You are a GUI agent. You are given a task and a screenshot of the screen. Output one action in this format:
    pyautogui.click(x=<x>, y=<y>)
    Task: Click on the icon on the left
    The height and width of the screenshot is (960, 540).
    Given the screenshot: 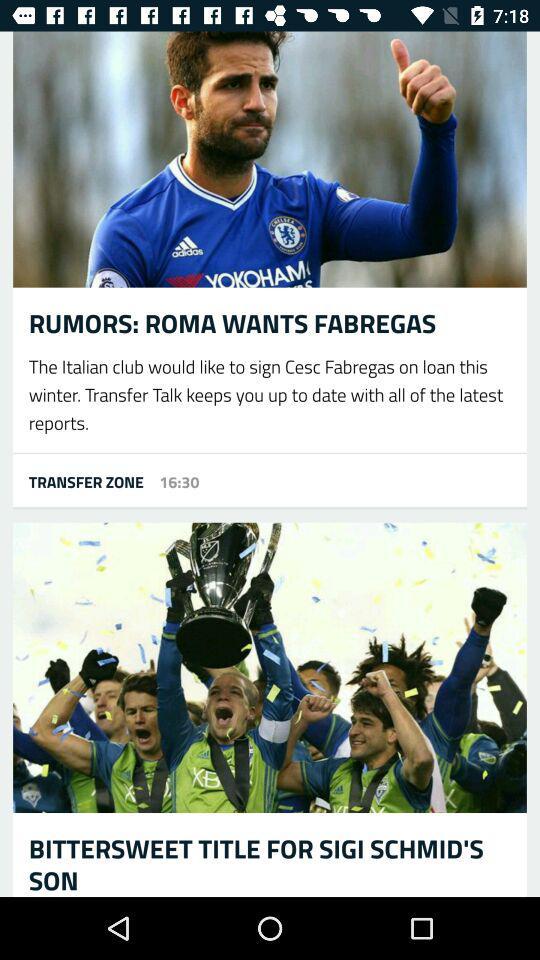 What is the action you would take?
    pyautogui.click(x=77, y=480)
    